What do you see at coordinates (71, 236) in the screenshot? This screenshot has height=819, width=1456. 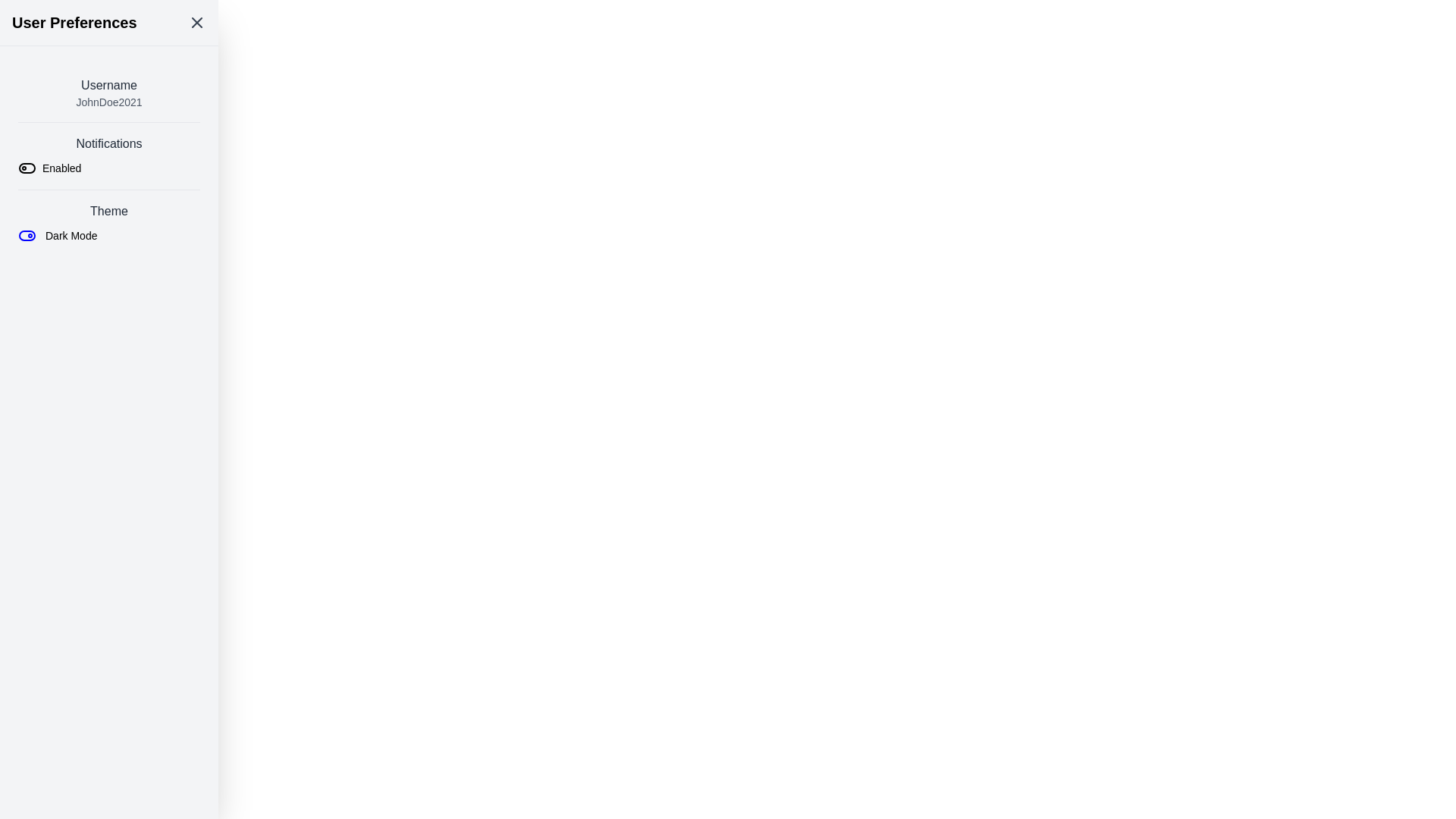 I see `the 'Dark Mode' text label which is positioned adjacent to the toggle switch icon in the 'Theme' section of the settings list` at bounding box center [71, 236].